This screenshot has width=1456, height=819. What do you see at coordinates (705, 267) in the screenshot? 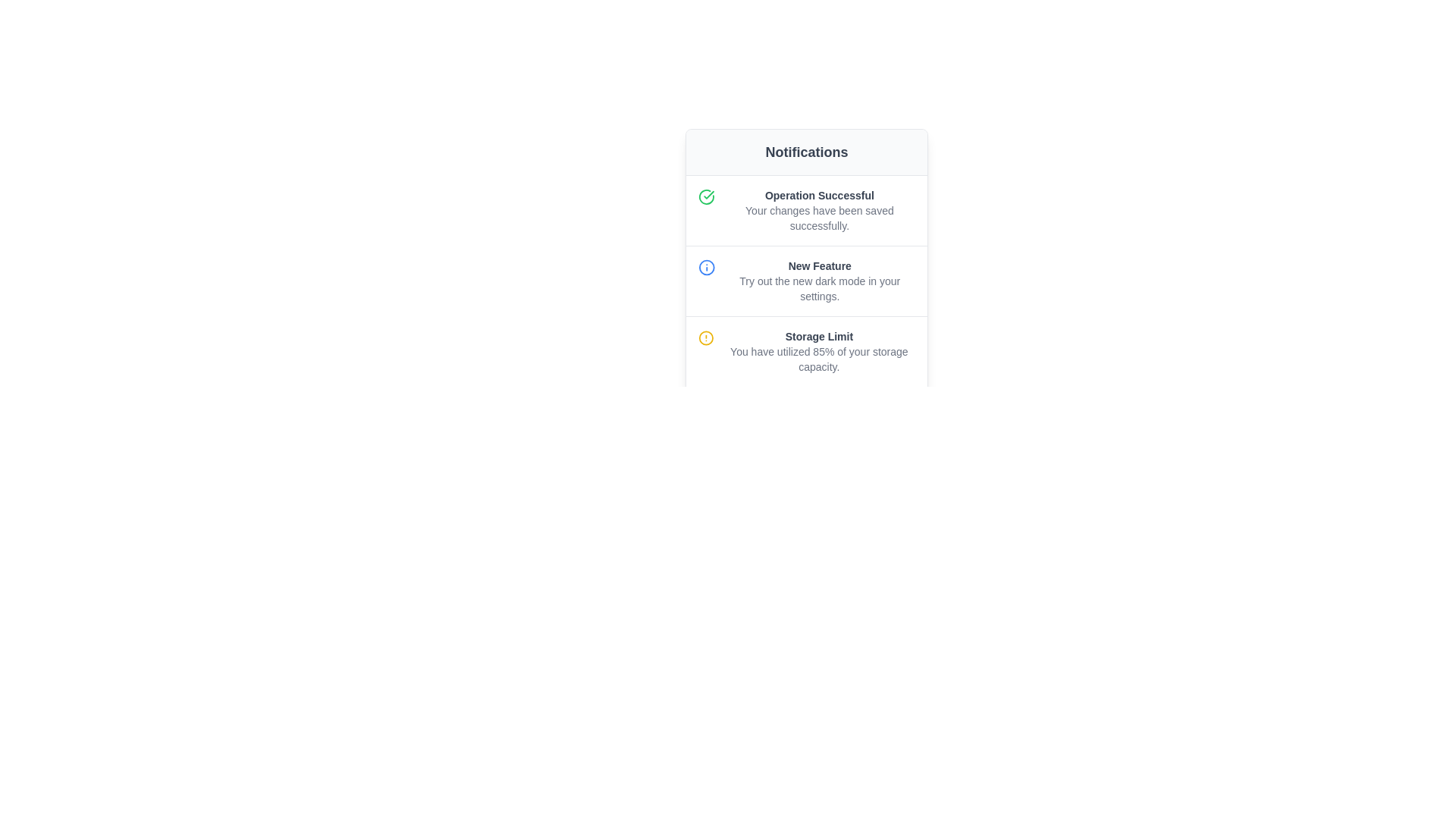
I see `the circular blue outlined icon resembling an information symbol located to the left of the 'New Feature' text in the notification card for potential interaction` at bounding box center [705, 267].